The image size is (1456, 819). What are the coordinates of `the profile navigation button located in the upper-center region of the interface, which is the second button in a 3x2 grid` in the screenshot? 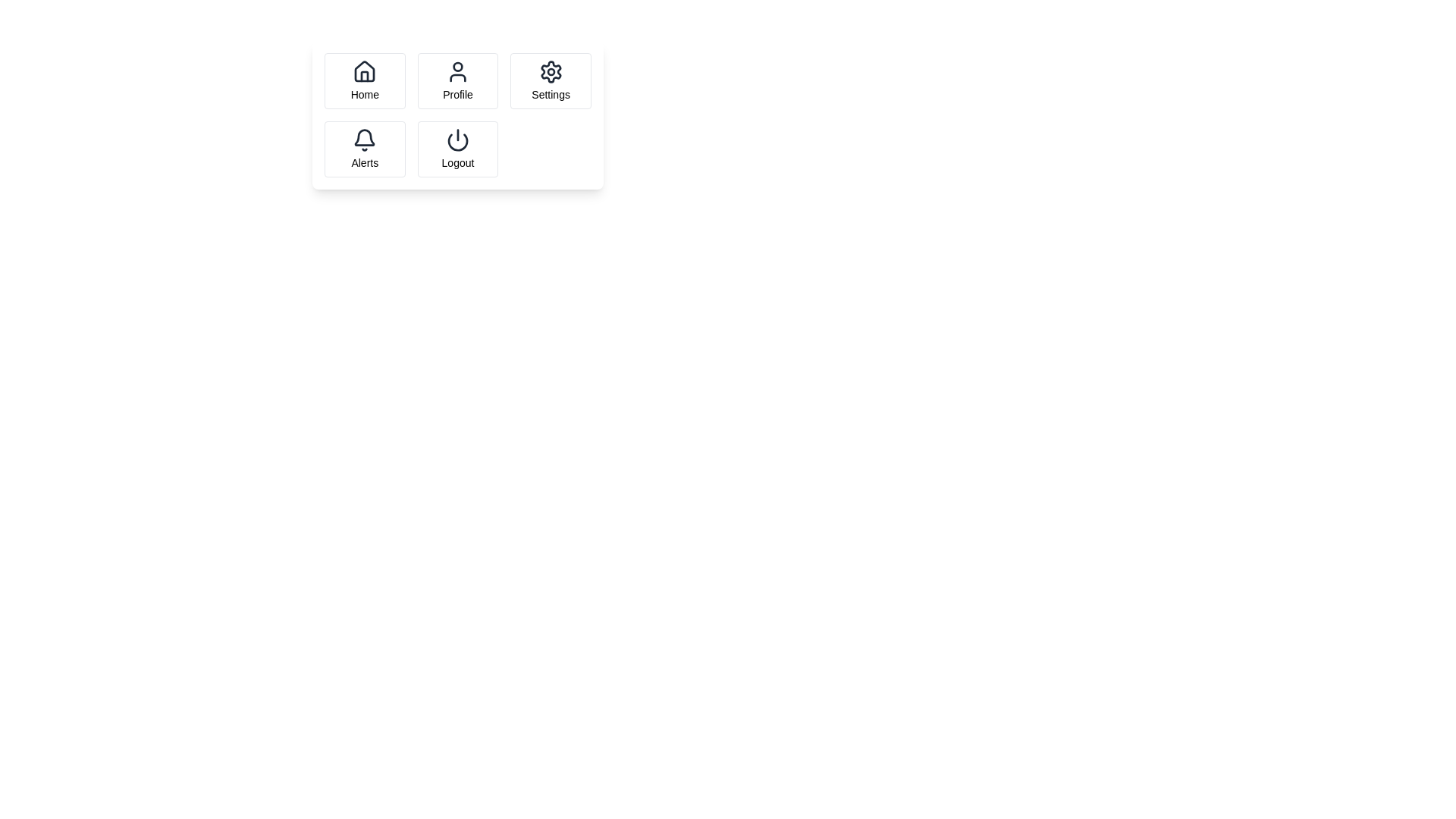 It's located at (457, 81).